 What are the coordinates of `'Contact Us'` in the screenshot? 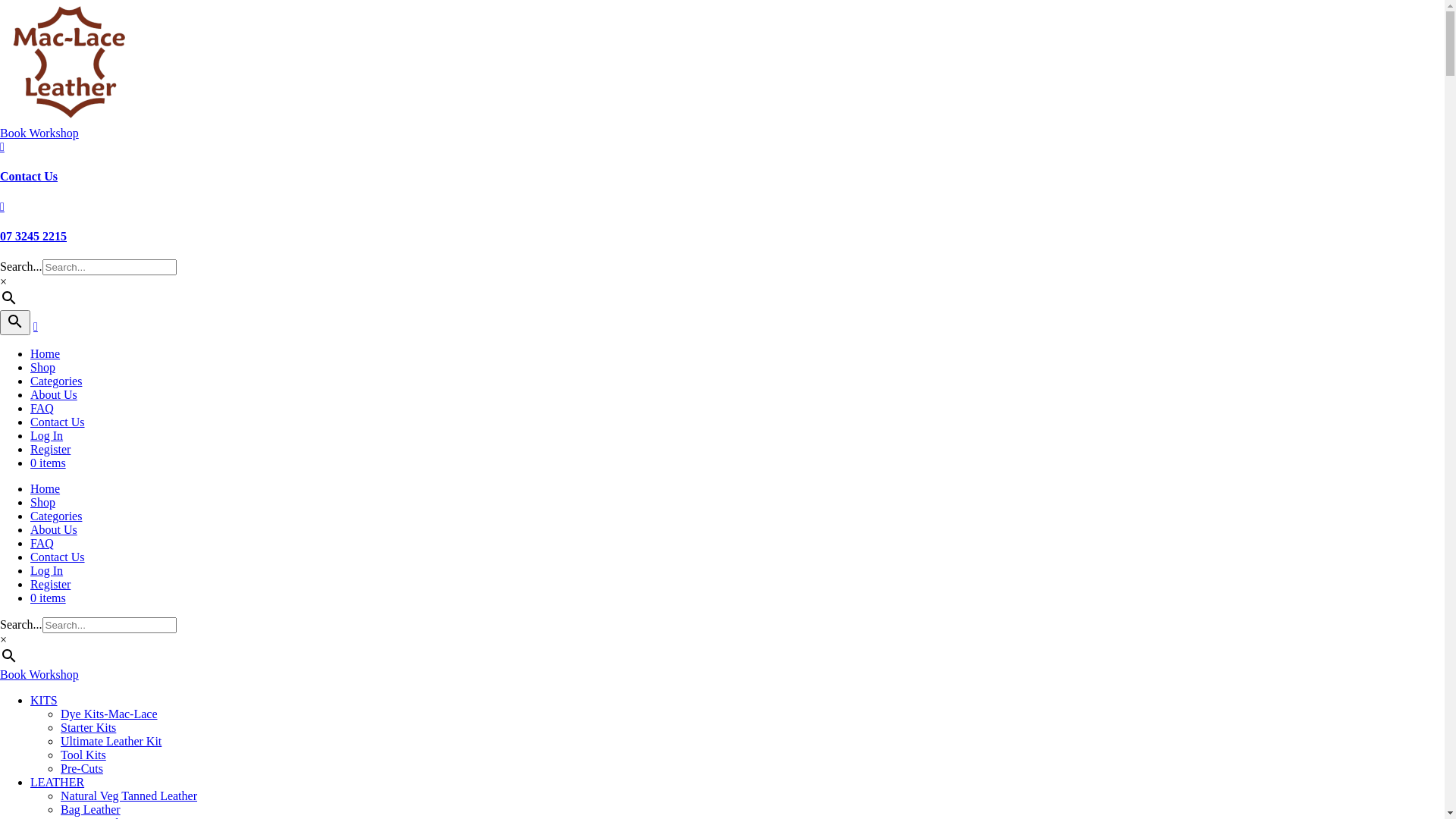 It's located at (58, 422).